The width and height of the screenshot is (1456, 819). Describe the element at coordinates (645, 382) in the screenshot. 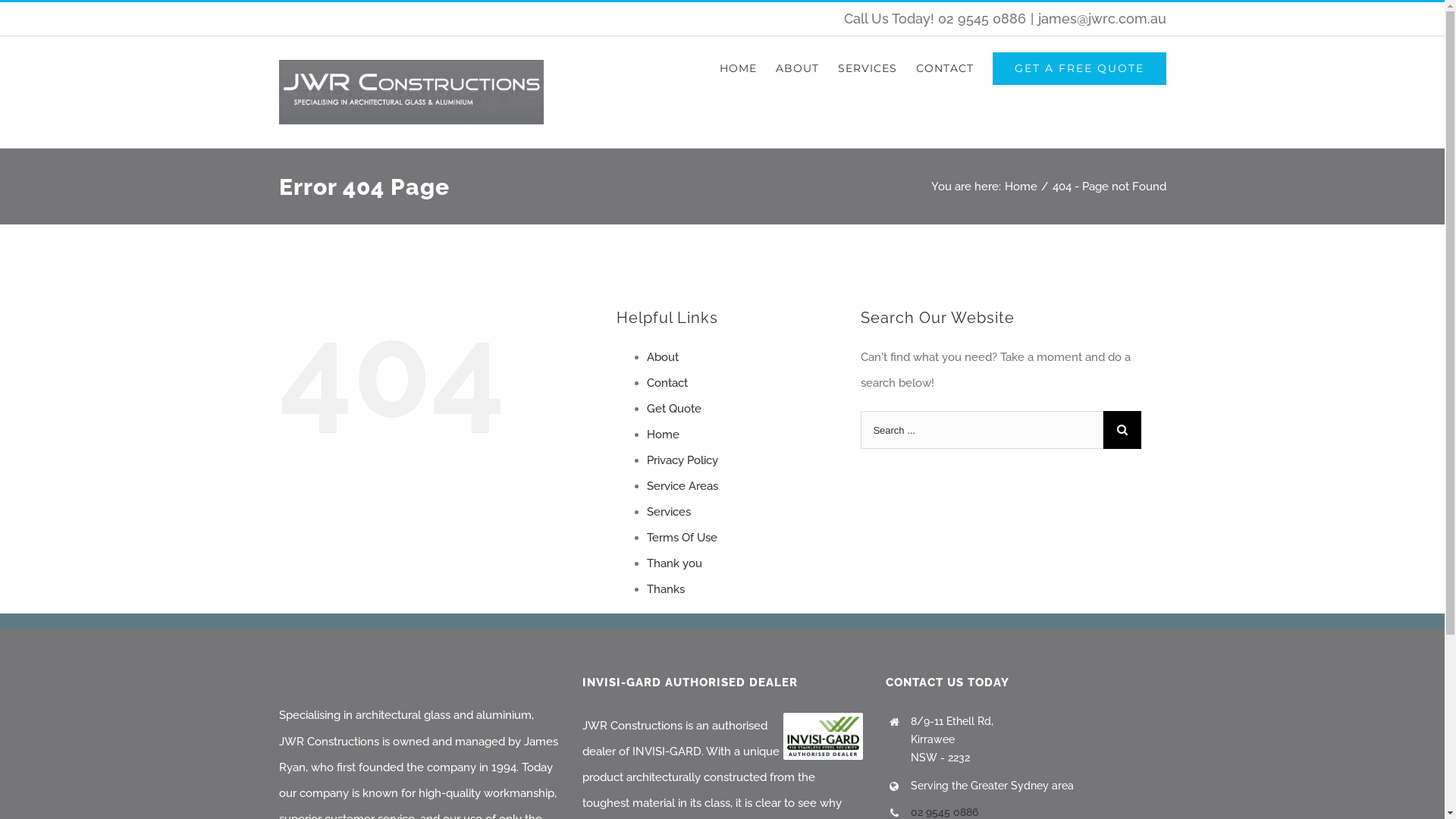

I see `'Contact'` at that location.